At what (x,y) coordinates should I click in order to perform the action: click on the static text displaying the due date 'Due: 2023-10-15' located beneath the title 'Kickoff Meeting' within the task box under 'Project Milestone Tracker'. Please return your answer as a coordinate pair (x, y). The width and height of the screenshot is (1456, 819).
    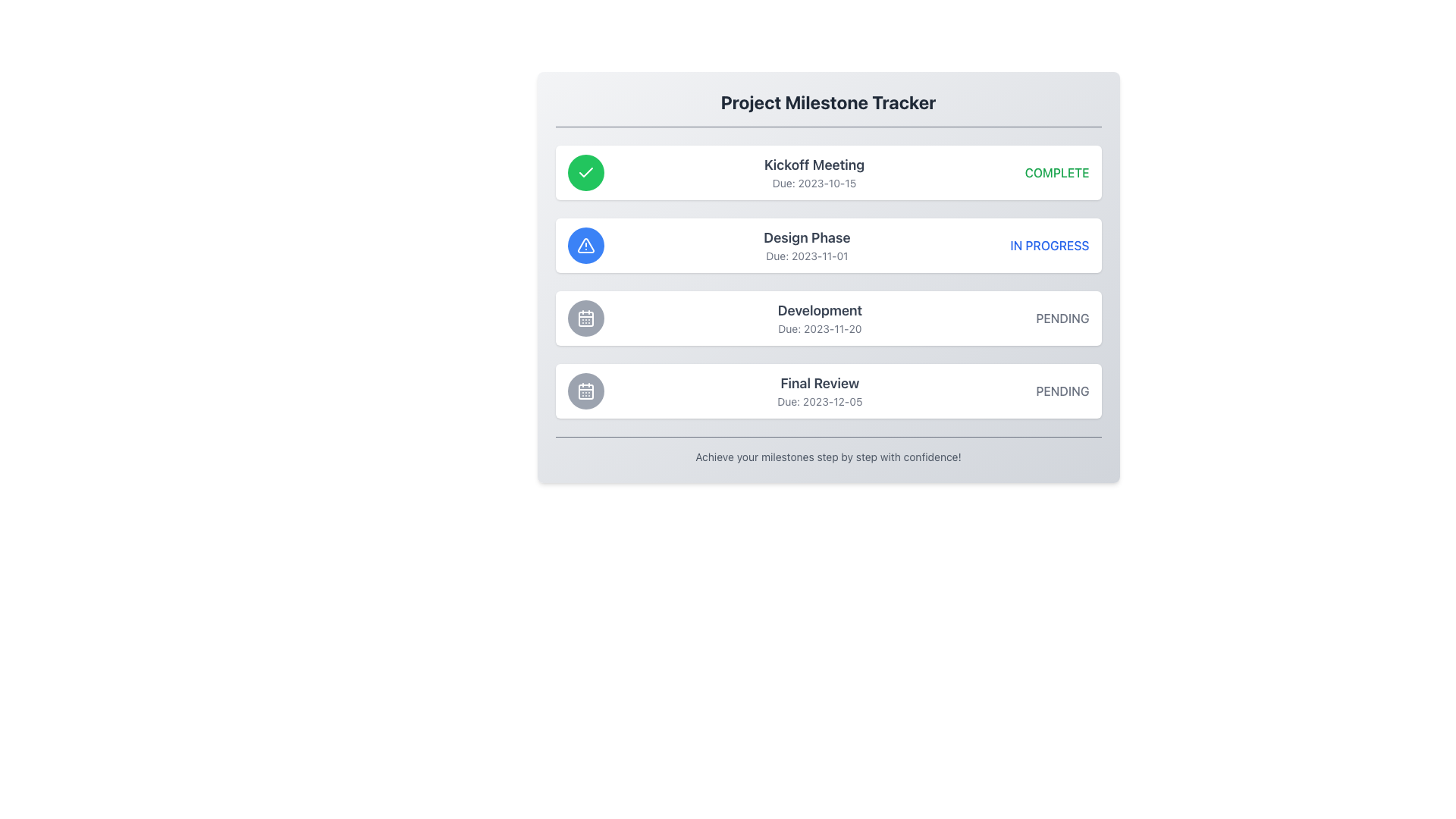
    Looking at the image, I should click on (814, 183).